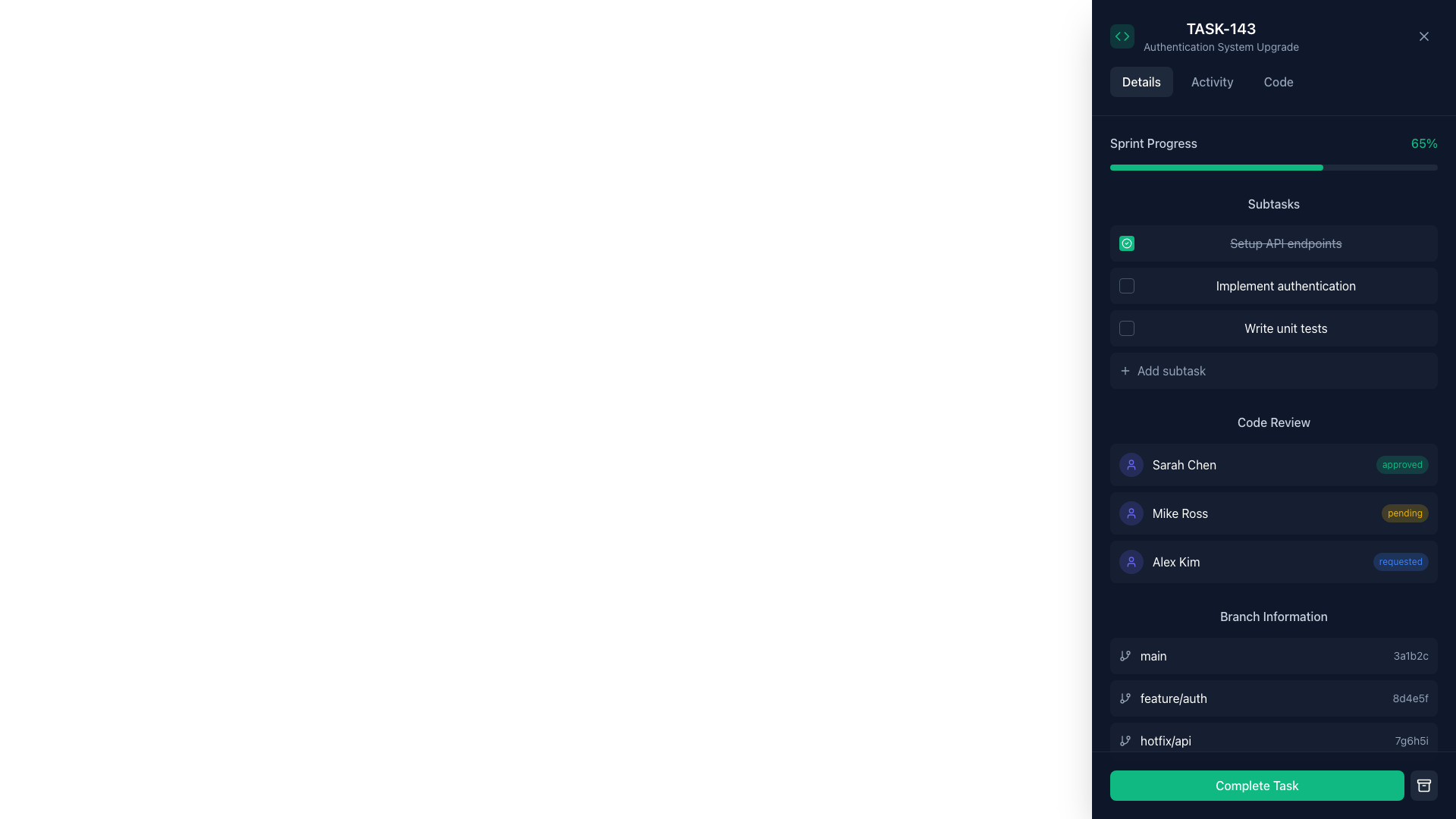 Image resolution: width=1456 pixels, height=819 pixels. I want to click on the card indicating the approved status of the code review associated with Sarah Chen, located in the 'Code Review' section at the top-right of the interface, so click(1274, 464).